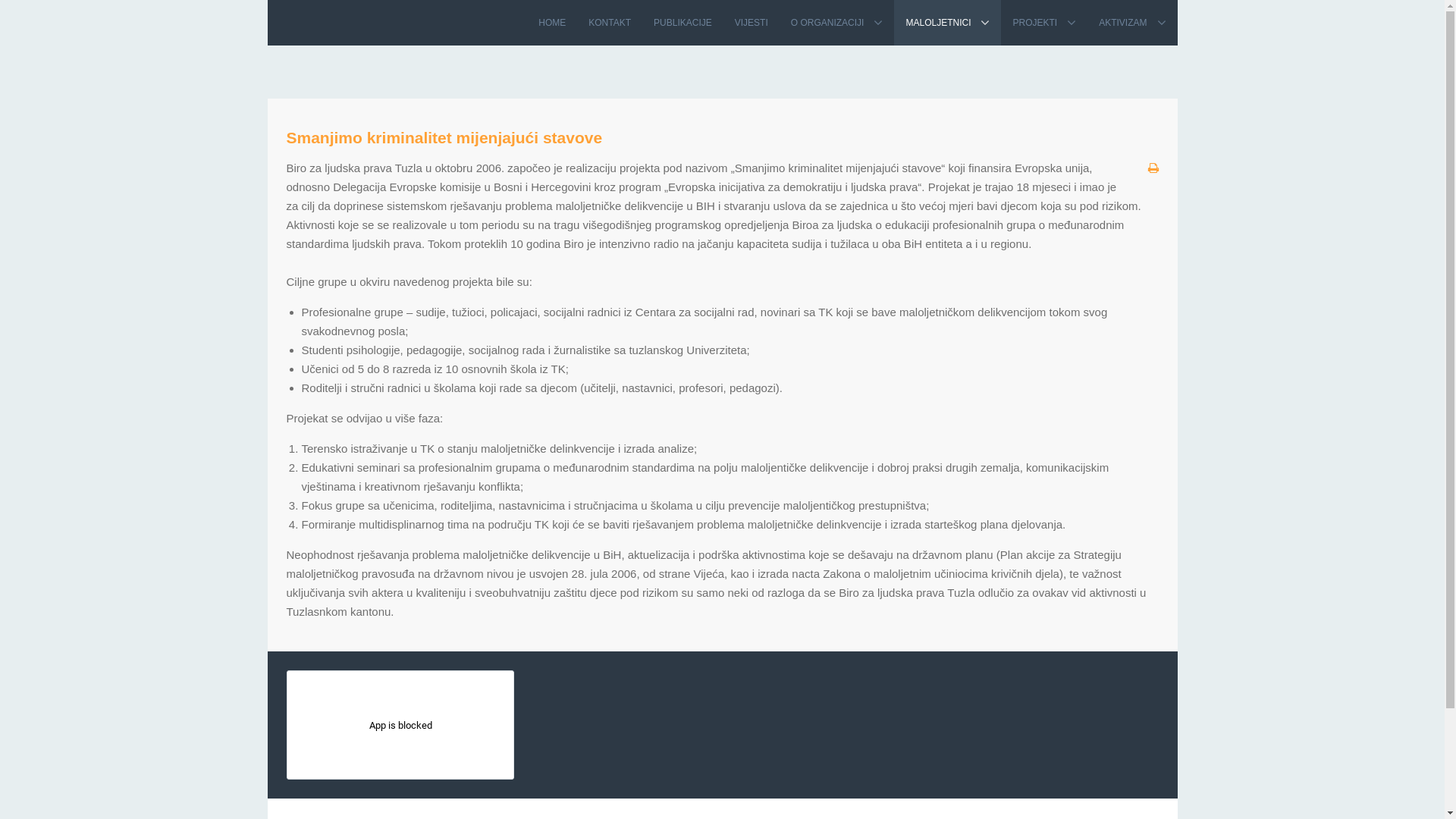 This screenshot has width=1456, height=819. What do you see at coordinates (1043, 23) in the screenshot?
I see `'PROJEKTI'` at bounding box center [1043, 23].